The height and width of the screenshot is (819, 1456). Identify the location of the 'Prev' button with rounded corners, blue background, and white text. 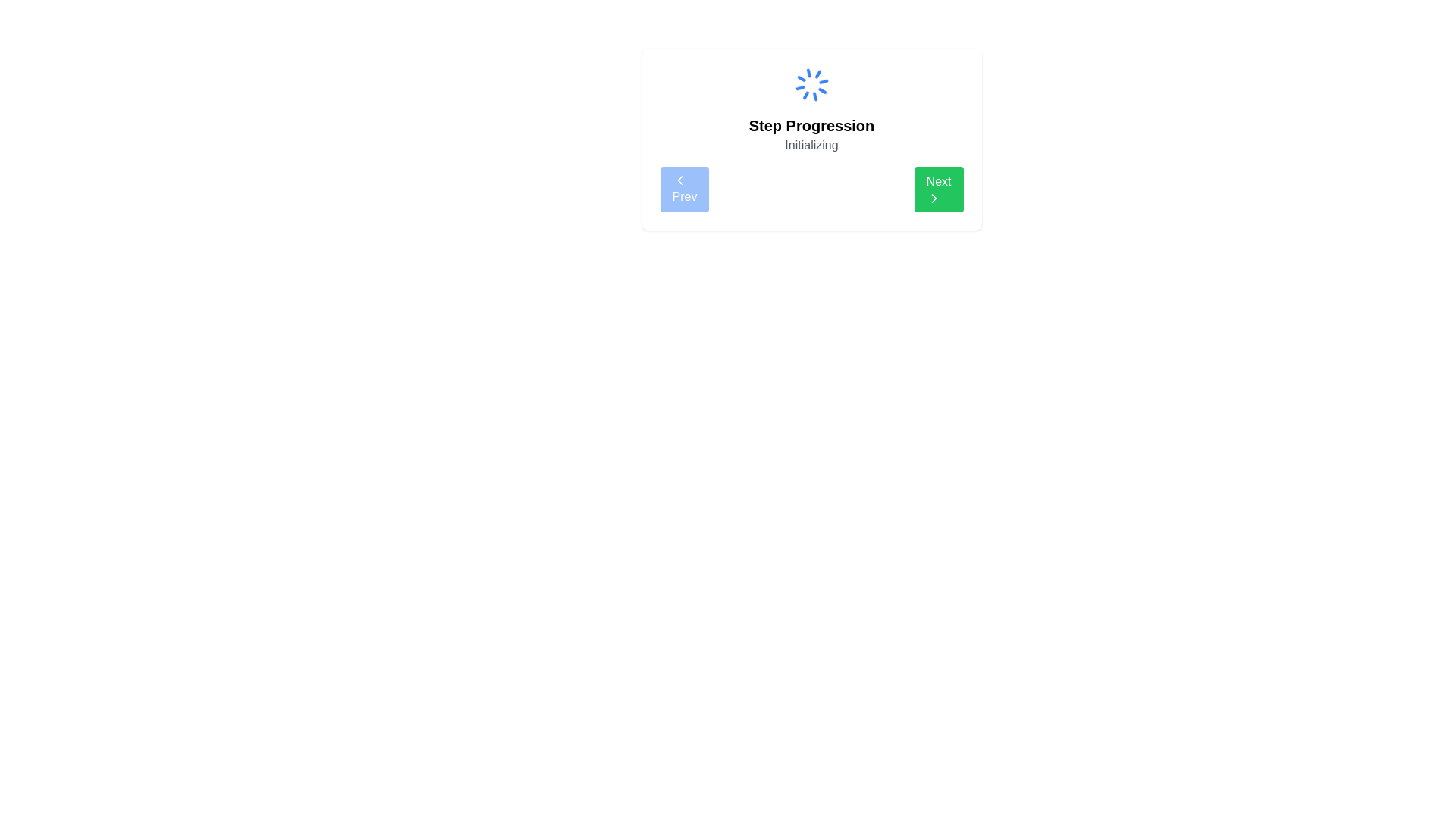
(683, 189).